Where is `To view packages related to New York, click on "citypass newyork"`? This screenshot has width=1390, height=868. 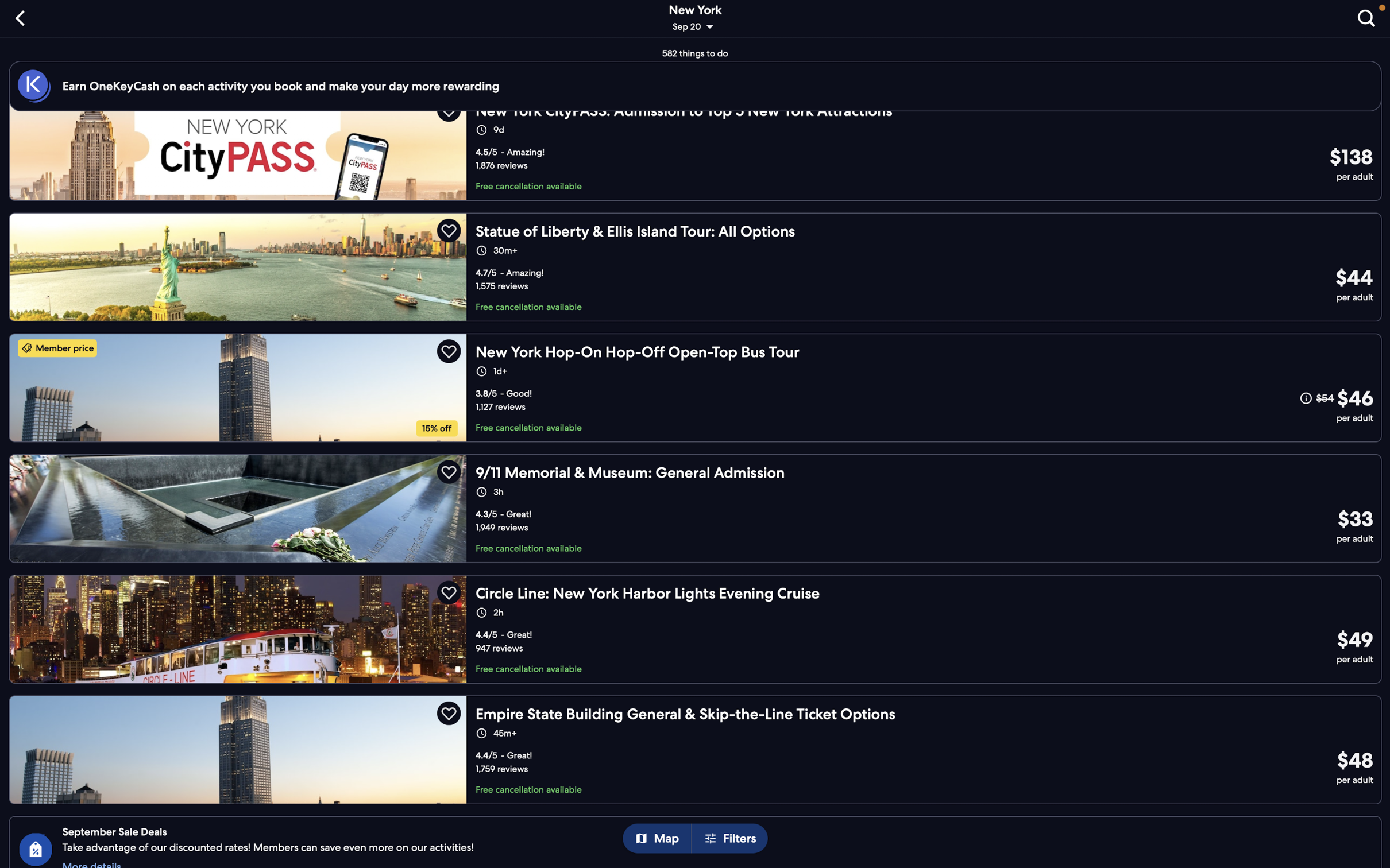
To view packages related to New York, click on "citypass newyork" is located at coordinates (699, 156).